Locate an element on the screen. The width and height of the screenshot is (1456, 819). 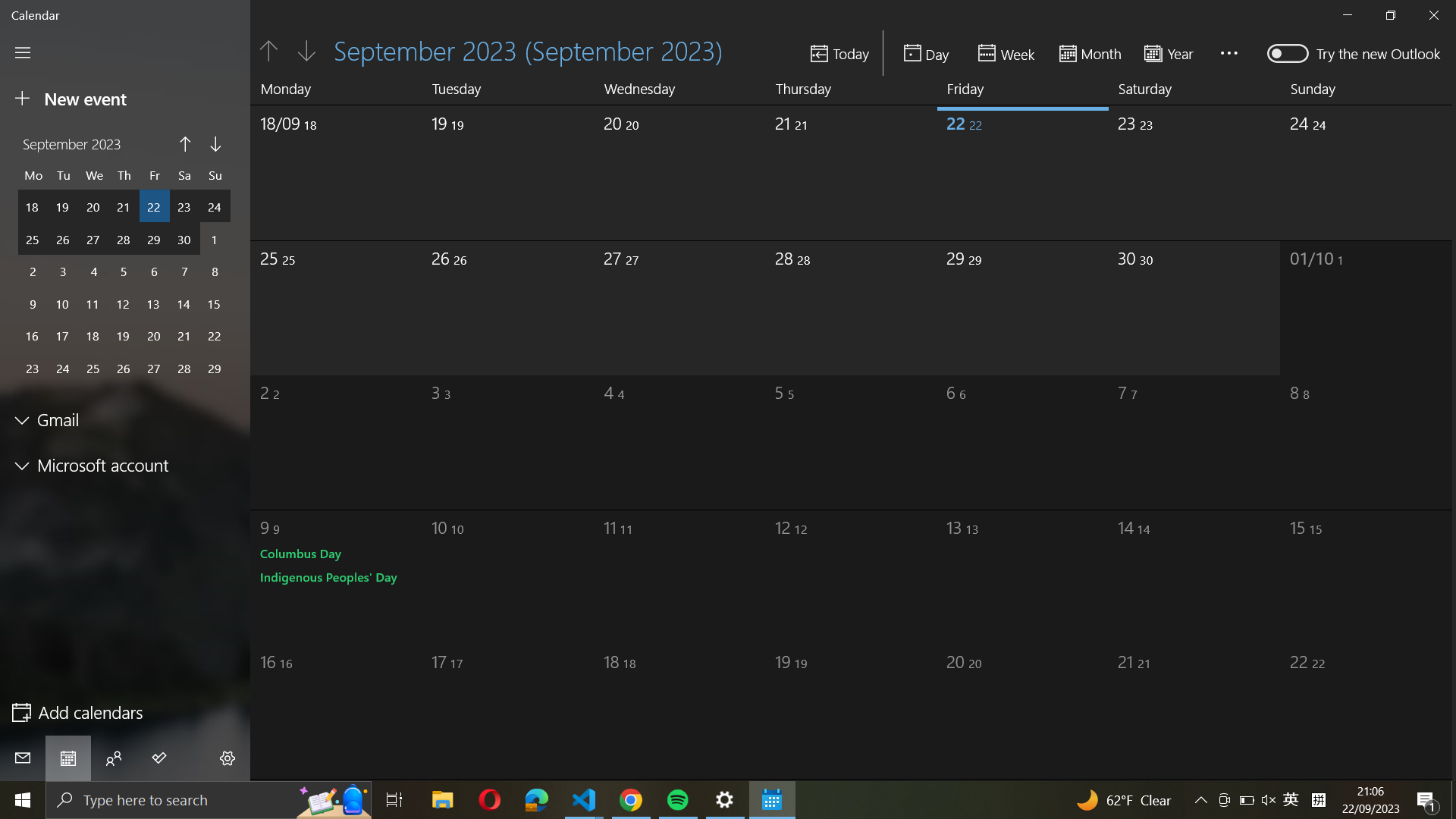
Network with others through the calendar functionality is located at coordinates (113, 758).